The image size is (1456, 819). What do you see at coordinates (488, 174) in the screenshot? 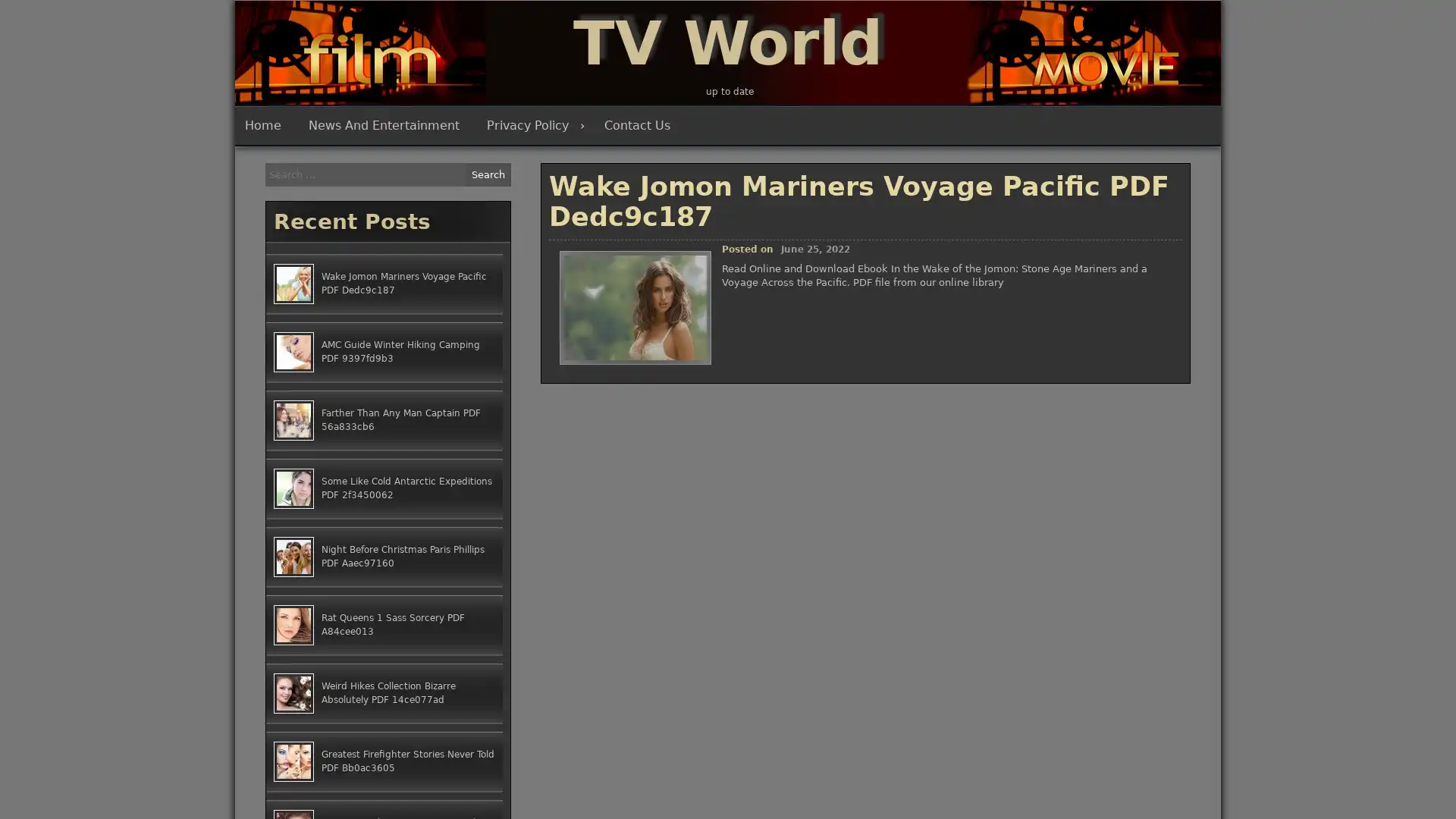
I see `Search` at bounding box center [488, 174].